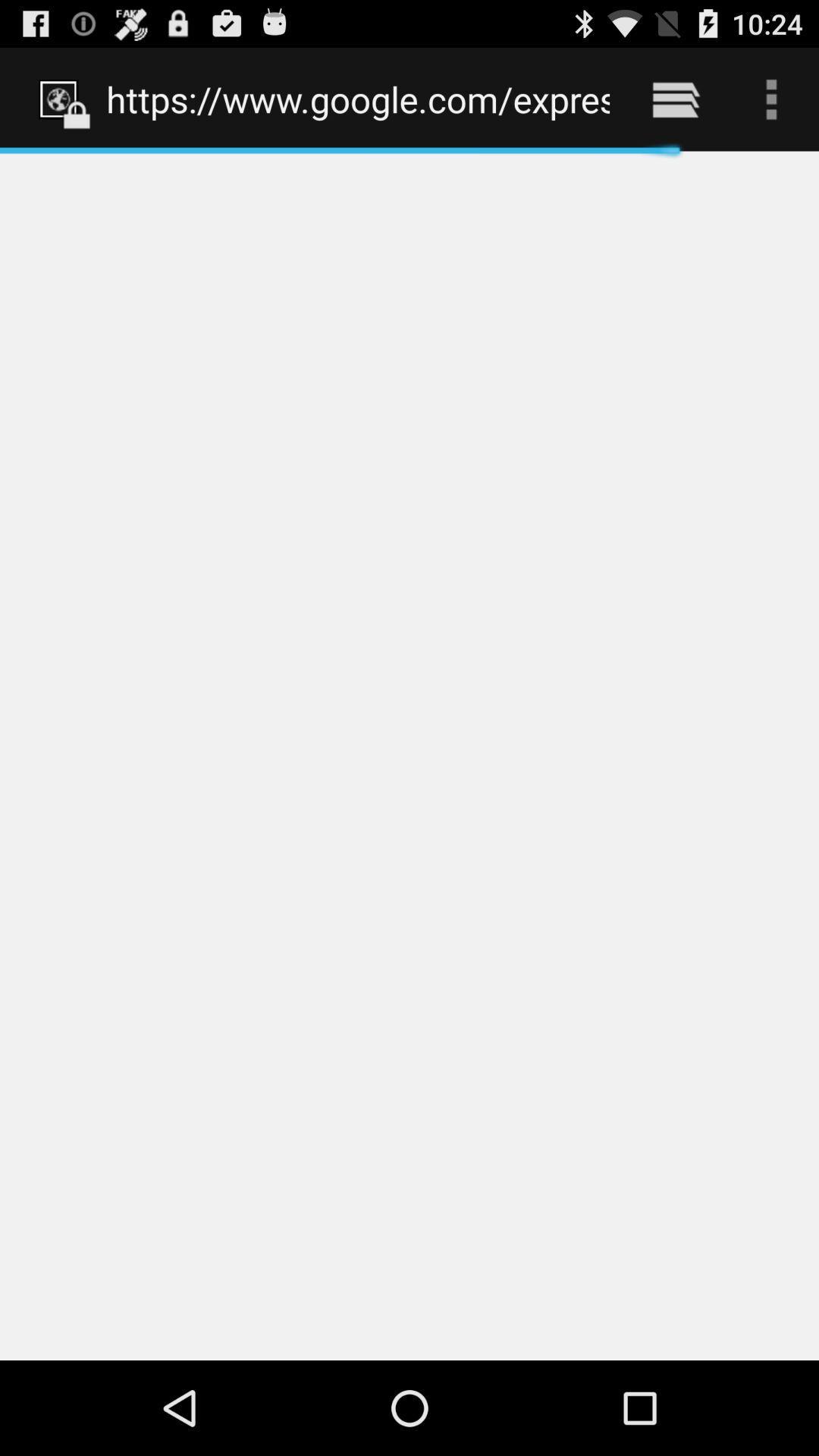 This screenshot has width=819, height=1456. I want to click on item at the center, so click(409, 755).